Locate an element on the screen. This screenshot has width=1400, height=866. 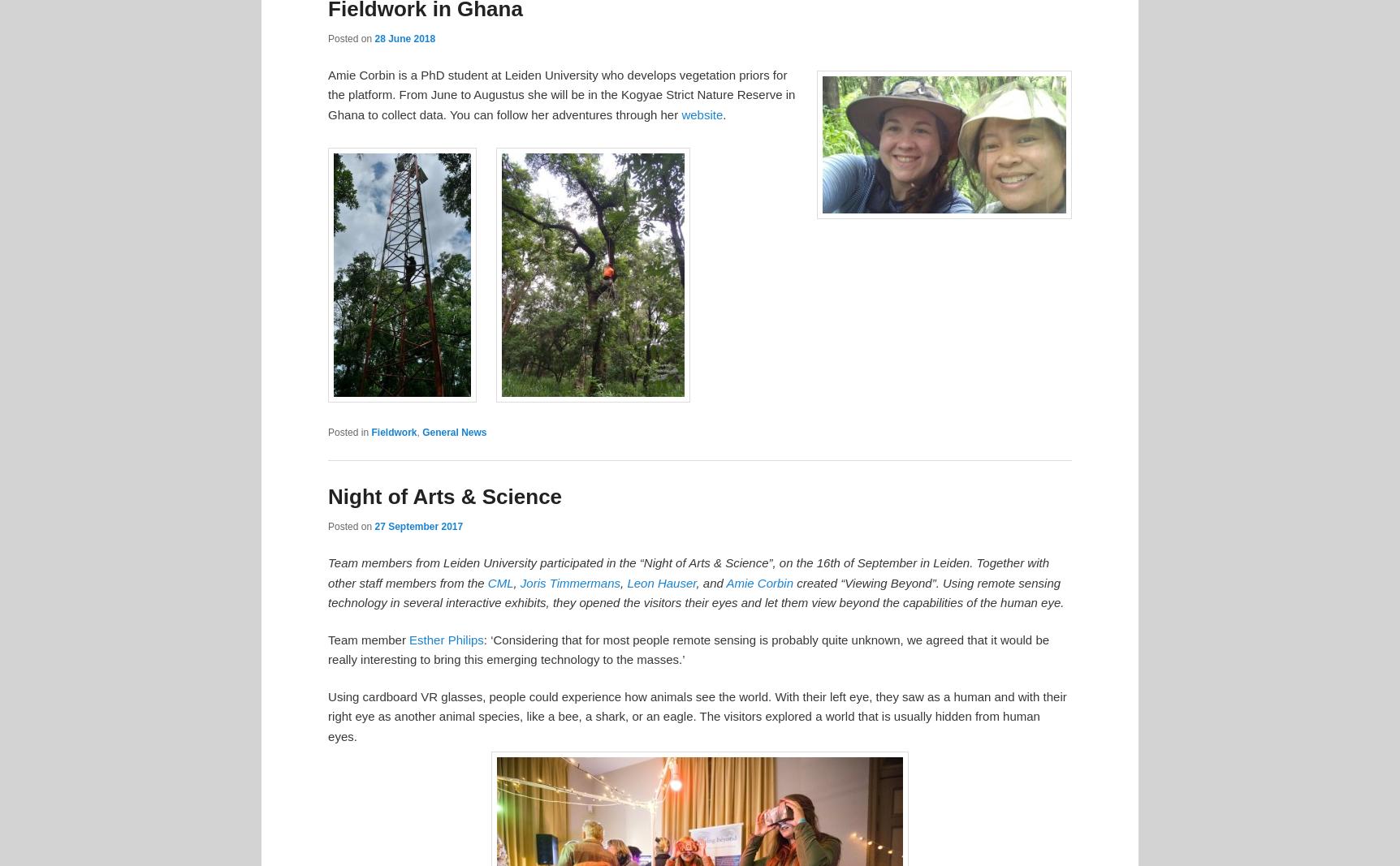
'.' is located at coordinates (724, 113).